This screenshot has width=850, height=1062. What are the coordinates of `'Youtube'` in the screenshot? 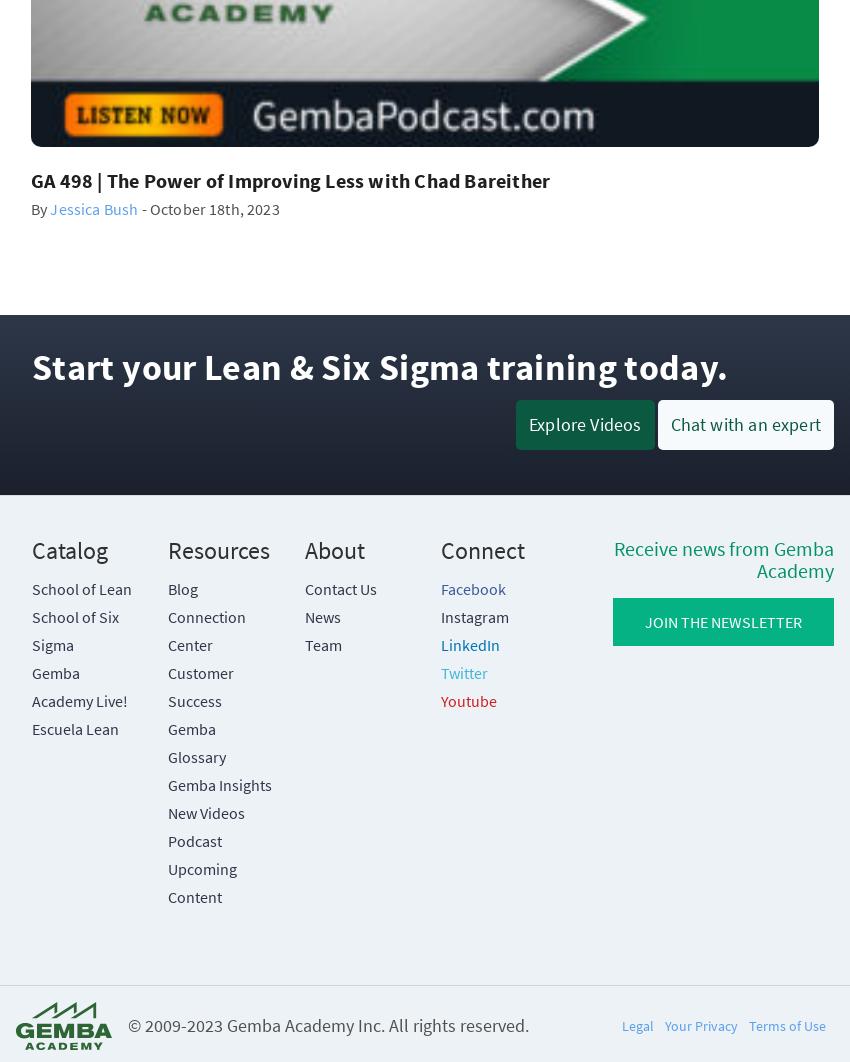 It's located at (468, 699).